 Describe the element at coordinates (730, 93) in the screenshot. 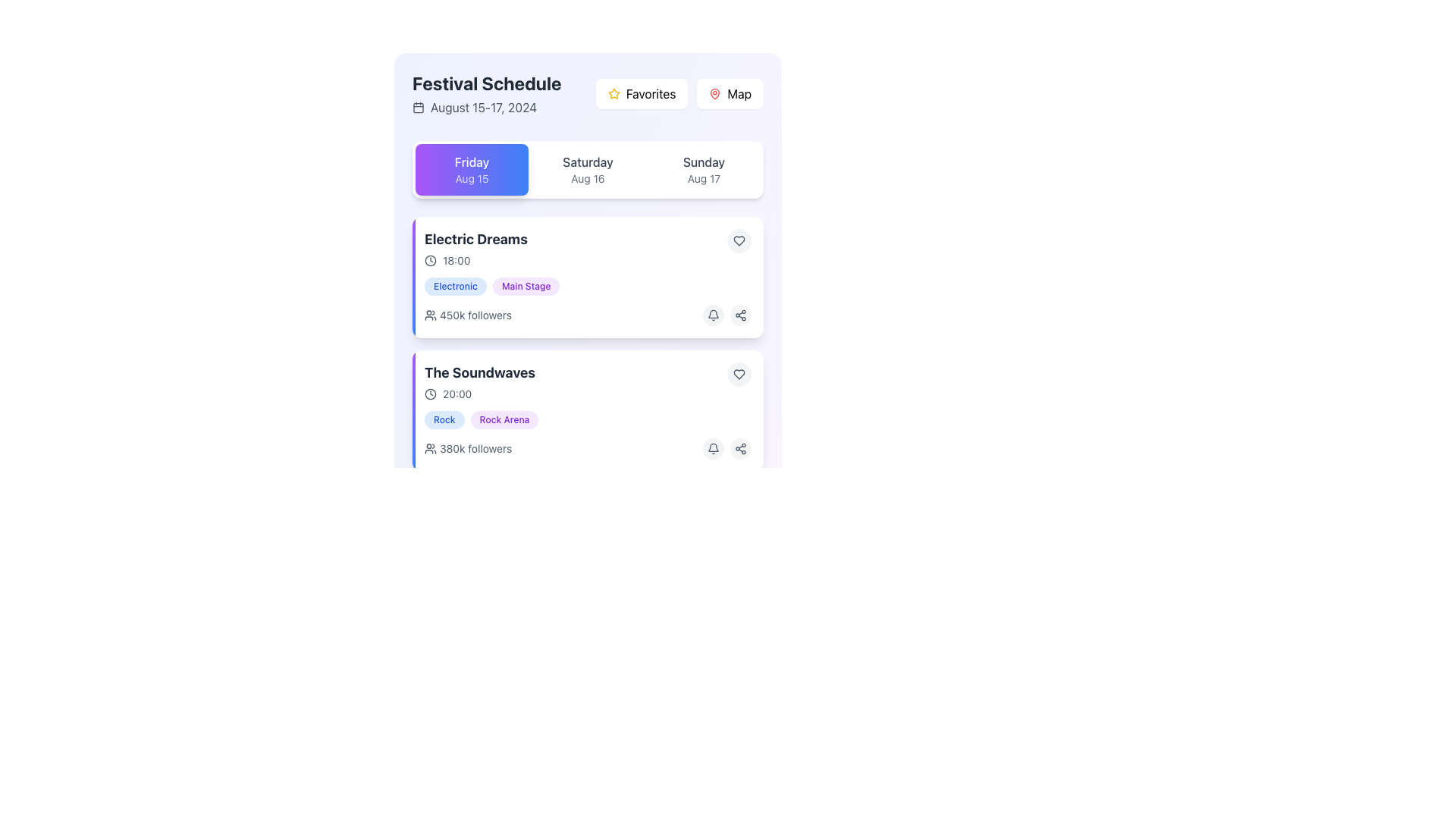

I see `the 'Map' button, which is a rectangular button with a white background and a red map pin icon, located to the top-right of the main interface` at that location.